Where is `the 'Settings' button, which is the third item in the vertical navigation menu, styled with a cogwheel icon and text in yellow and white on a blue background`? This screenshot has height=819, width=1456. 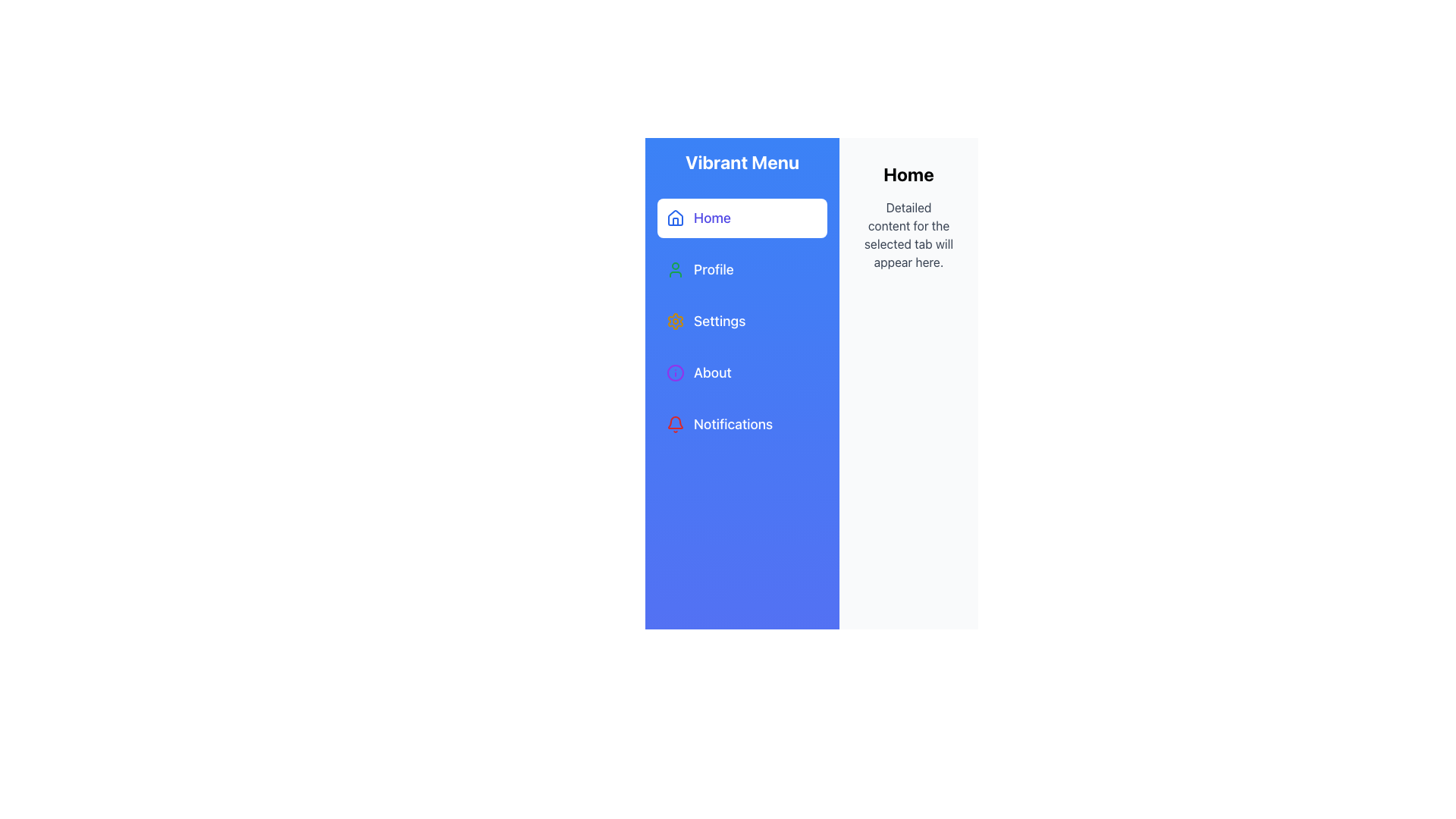 the 'Settings' button, which is the third item in the vertical navigation menu, styled with a cogwheel icon and text in yellow and white on a blue background is located at coordinates (742, 321).